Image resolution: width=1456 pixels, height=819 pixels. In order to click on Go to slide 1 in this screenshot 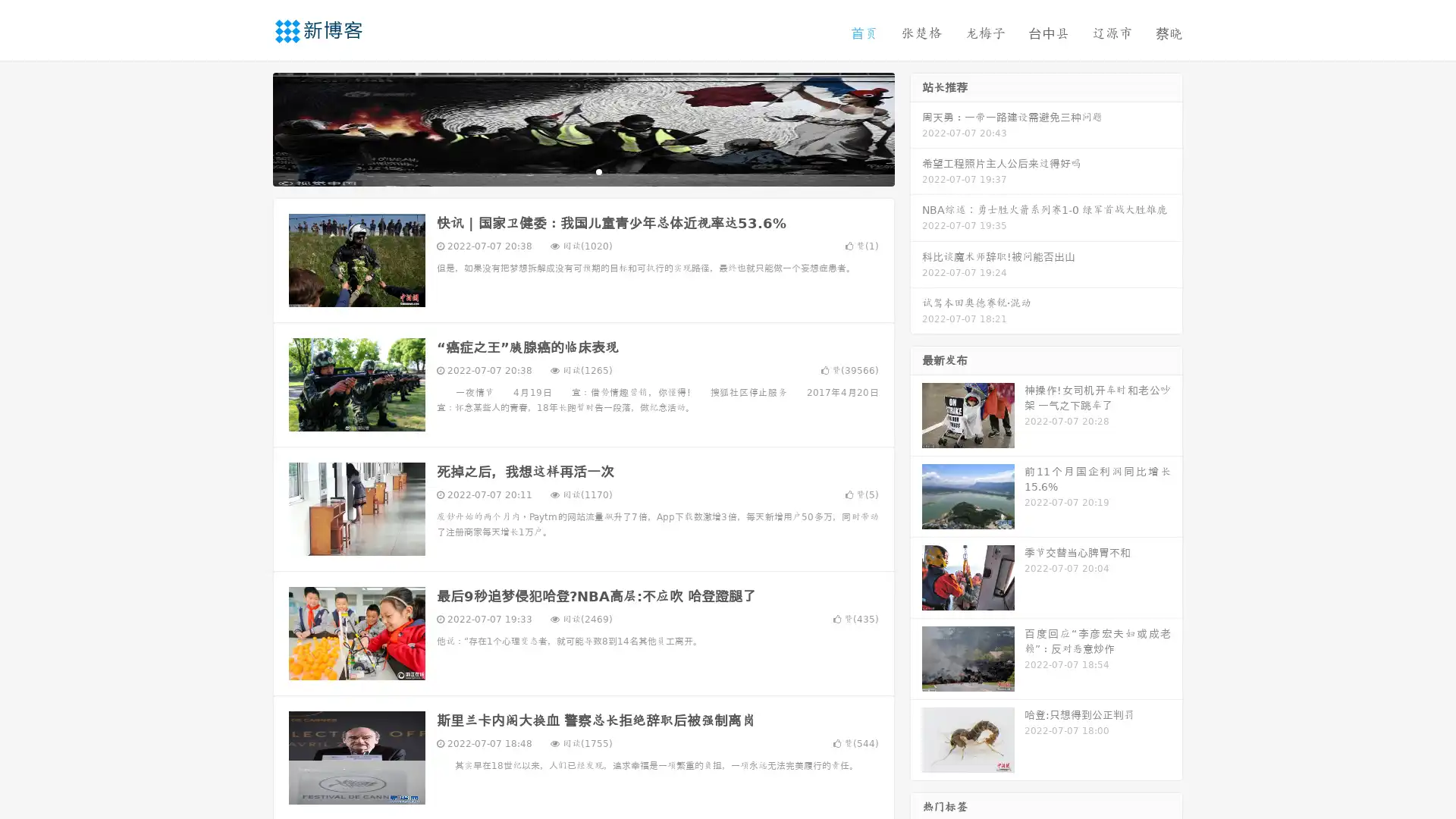, I will do `click(567, 171)`.